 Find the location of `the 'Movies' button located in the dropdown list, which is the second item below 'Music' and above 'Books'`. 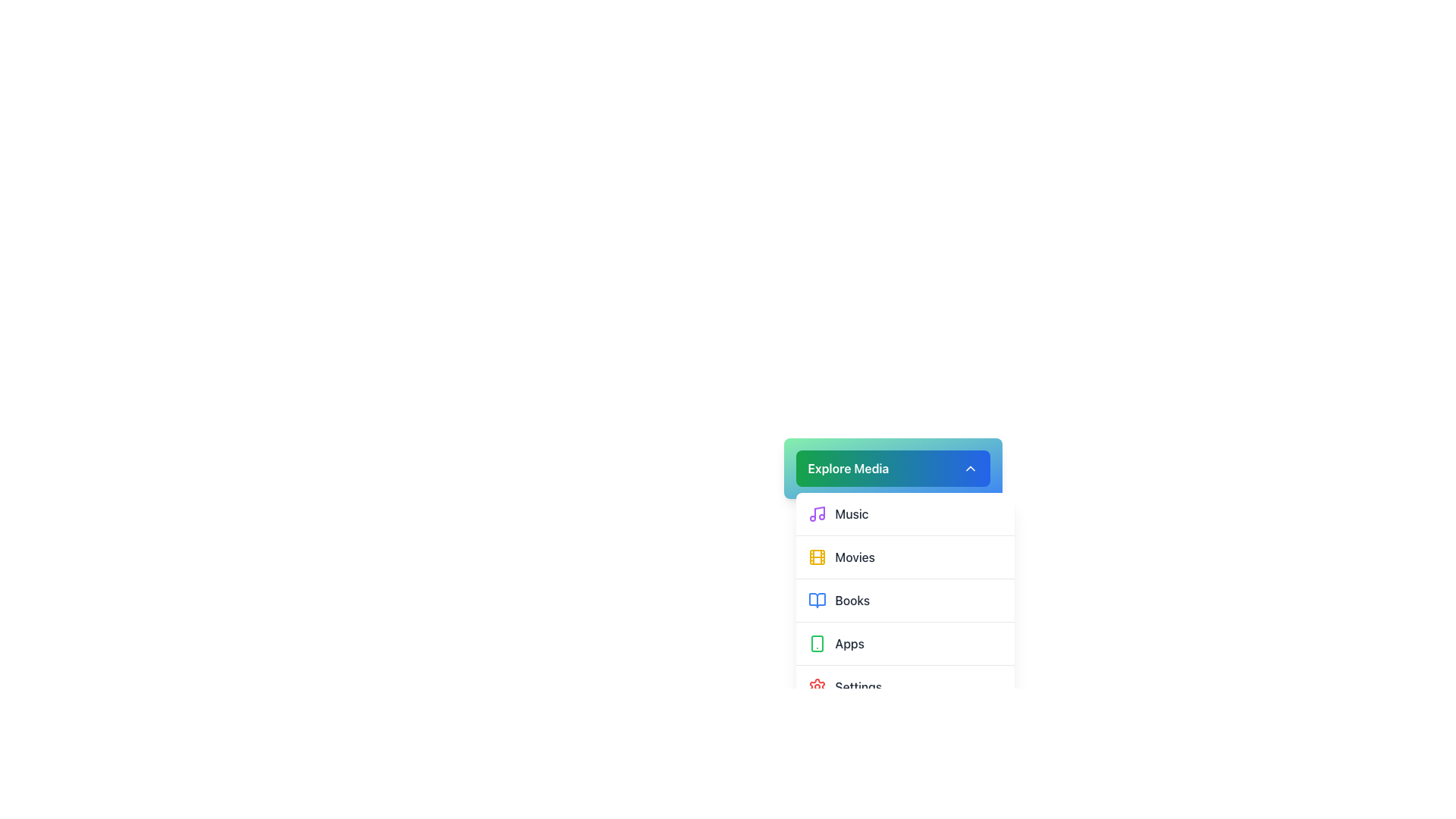

the 'Movies' button located in the dropdown list, which is the second item below 'Music' and above 'Books' is located at coordinates (893, 541).